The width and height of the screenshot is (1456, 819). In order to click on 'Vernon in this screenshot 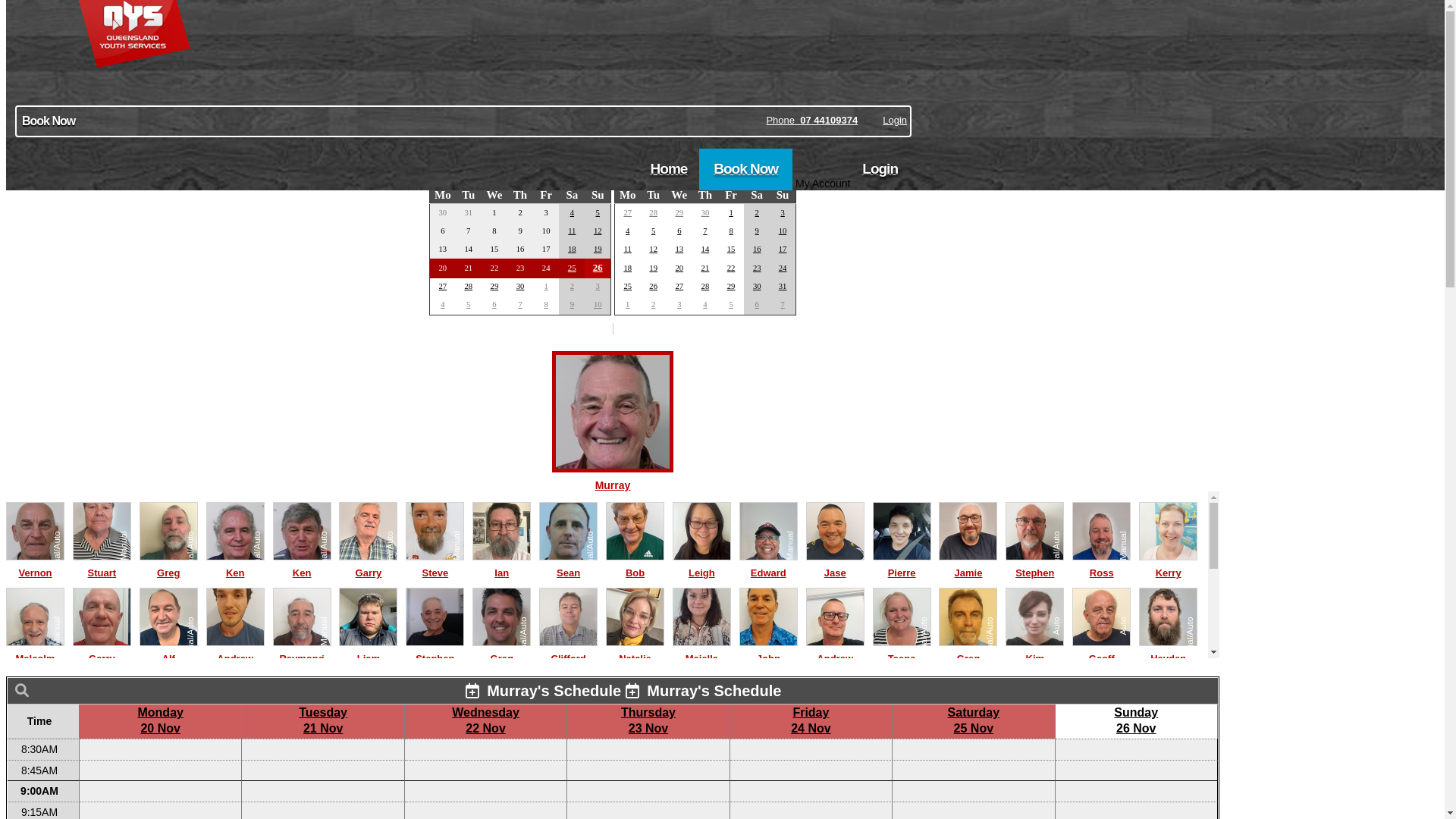, I will do `click(35, 565)`.